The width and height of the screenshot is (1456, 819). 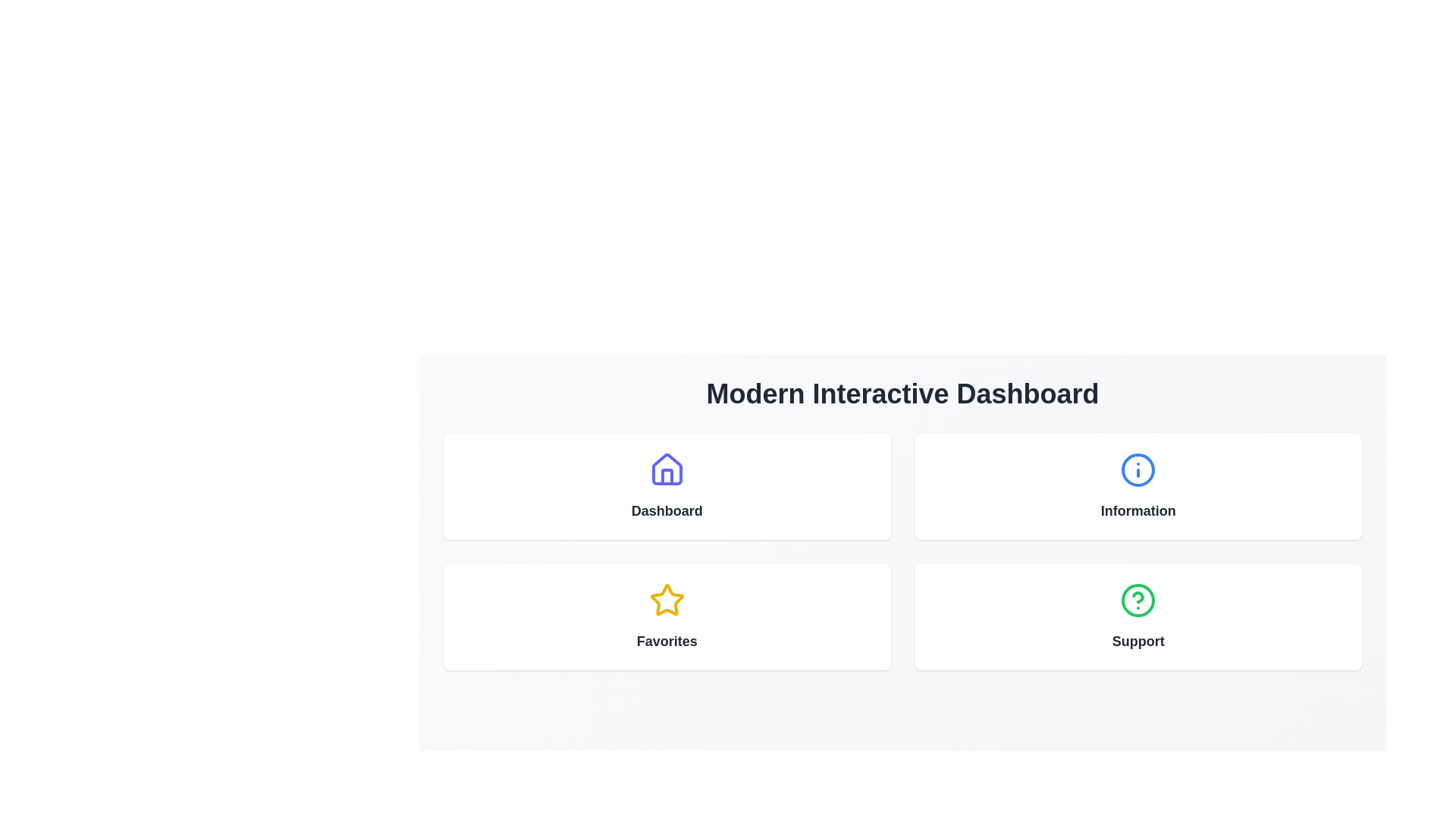 What do you see at coordinates (1138, 469) in the screenshot?
I see `the blue circular information icon with an 'i' symbol located in the upper right of the 'Information' card` at bounding box center [1138, 469].